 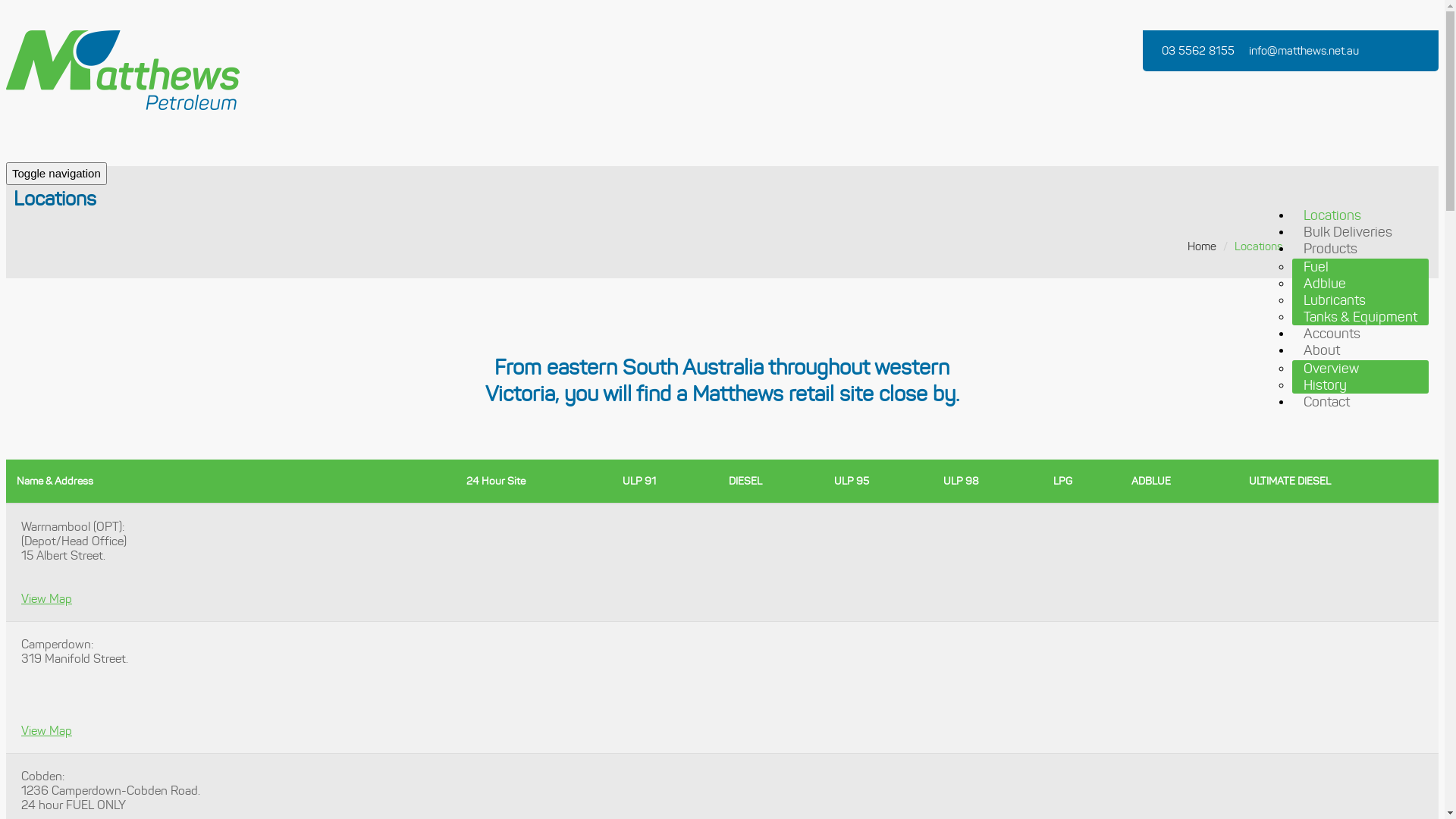 I want to click on 'Home', so click(x=1200, y=245).